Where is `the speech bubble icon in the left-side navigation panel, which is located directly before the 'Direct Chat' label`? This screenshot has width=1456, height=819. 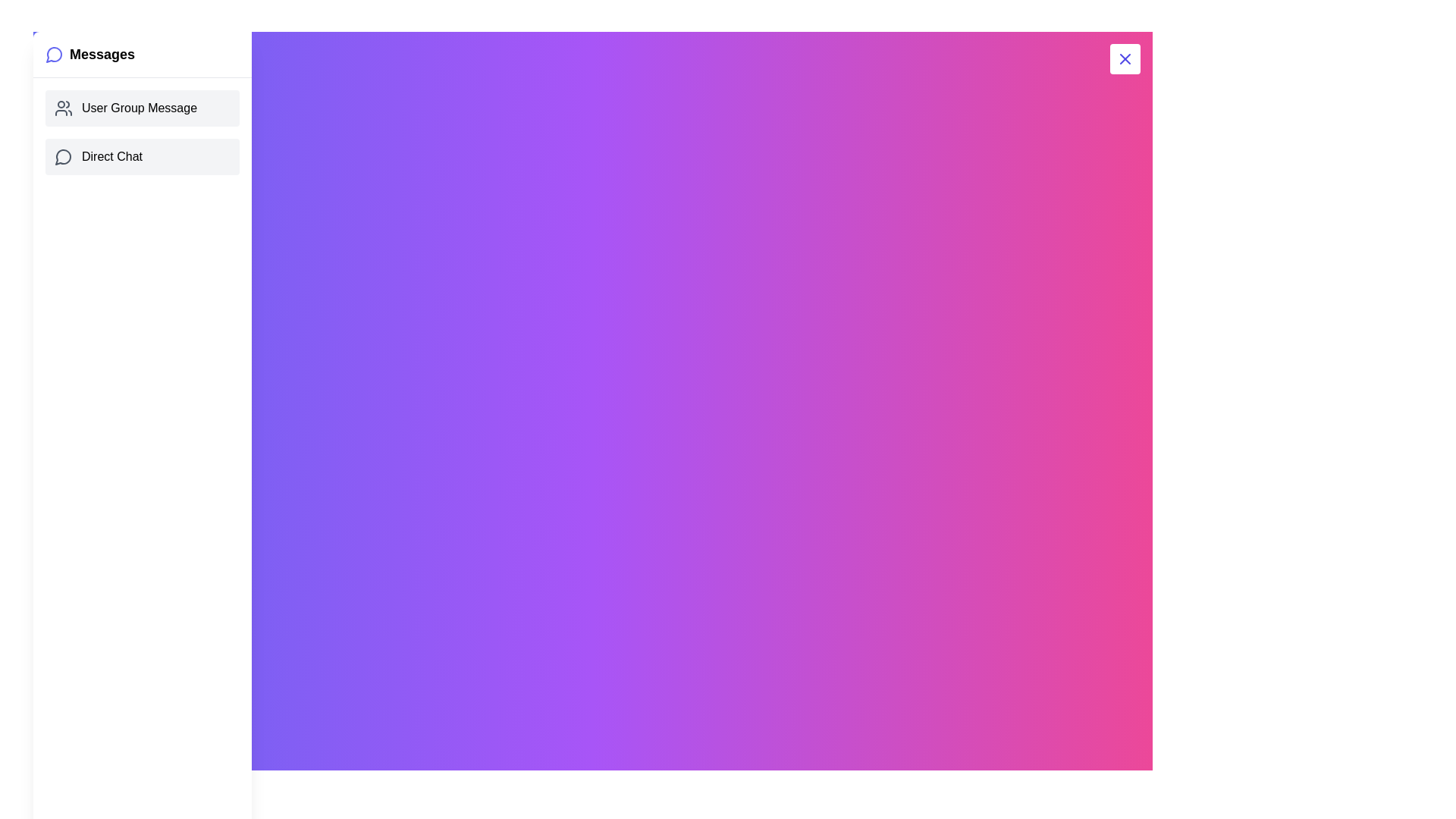
the speech bubble icon in the left-side navigation panel, which is located directly before the 'Direct Chat' label is located at coordinates (62, 157).